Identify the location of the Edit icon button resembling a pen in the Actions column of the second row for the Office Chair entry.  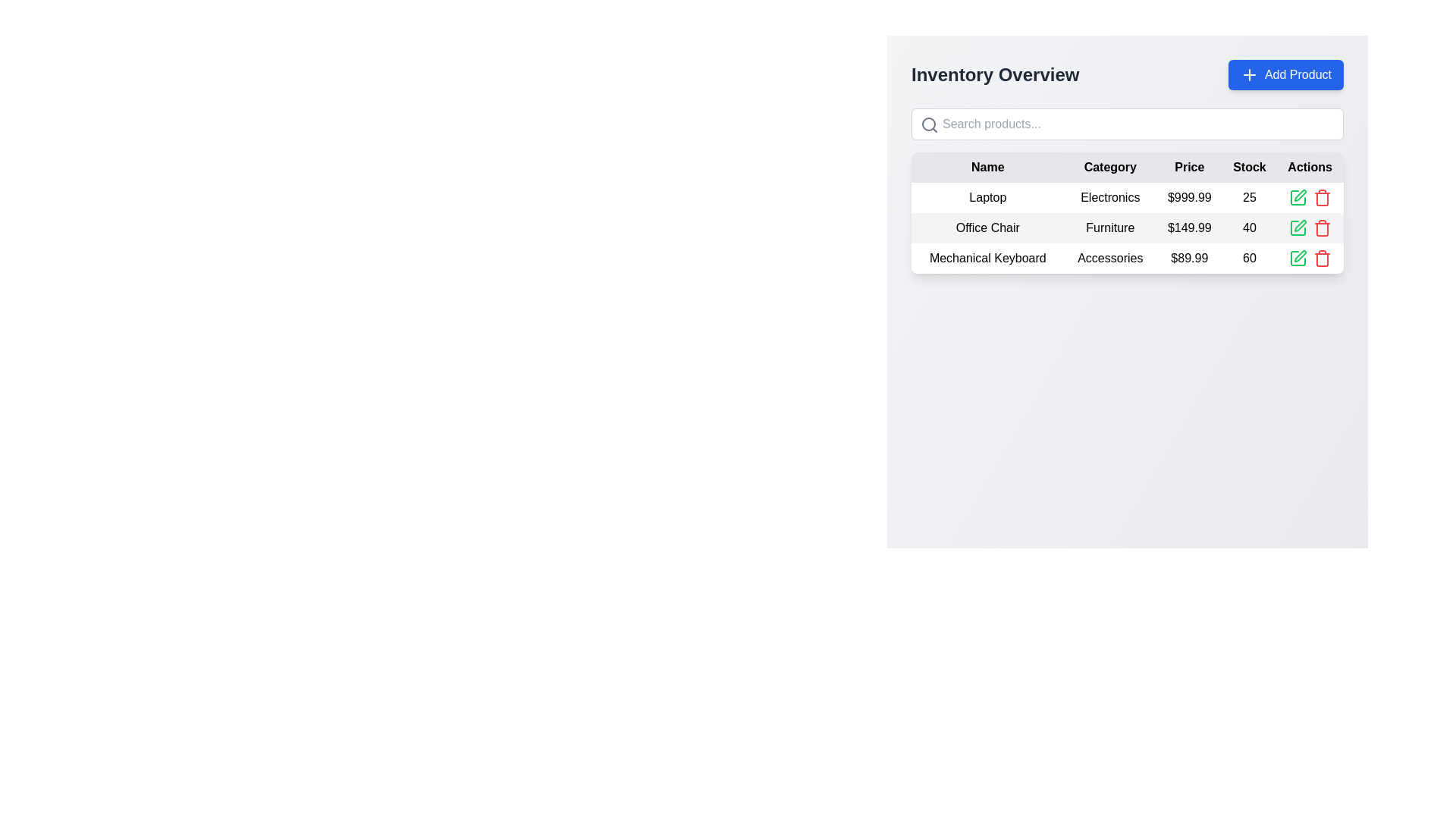
(1299, 225).